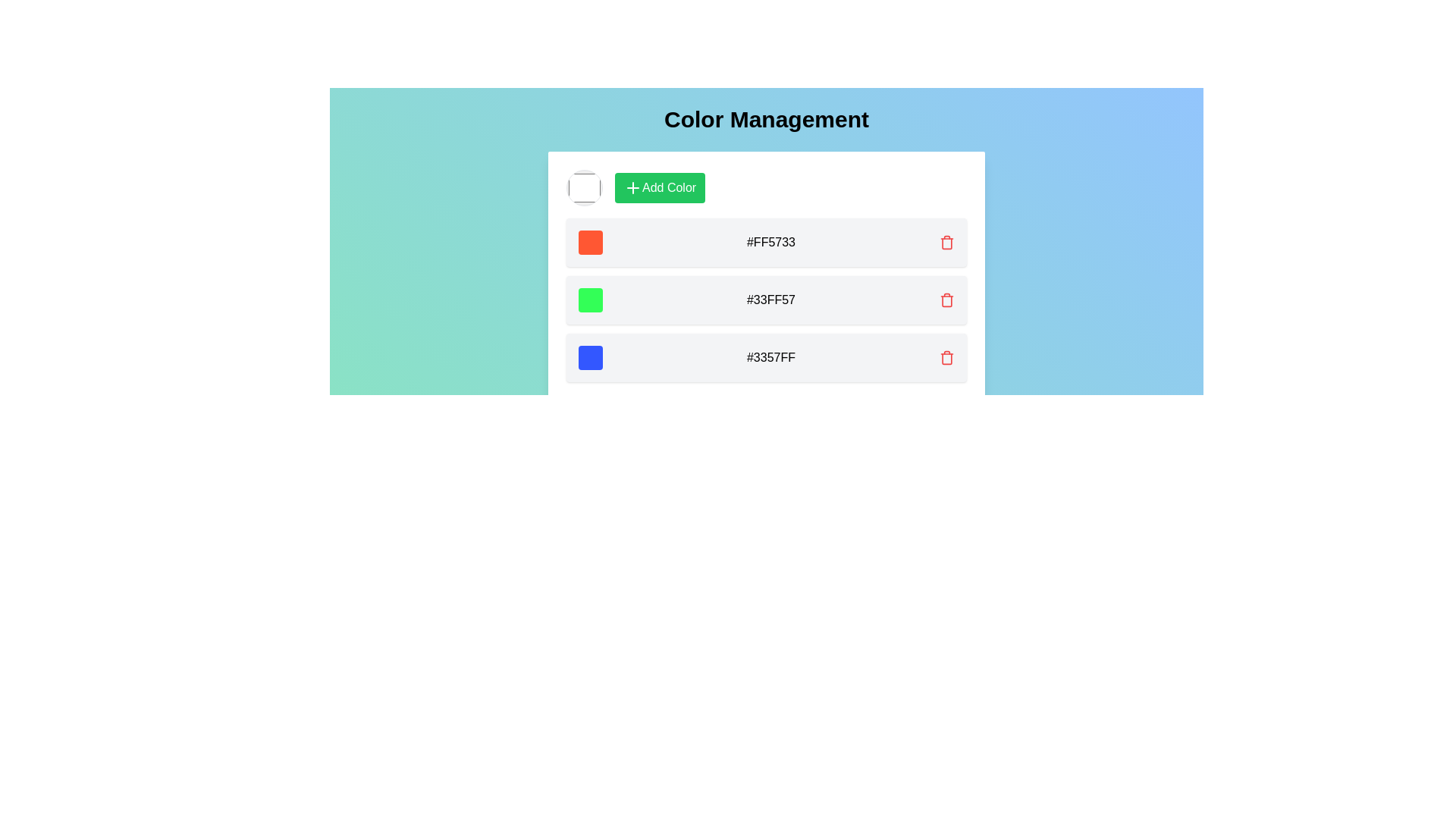 This screenshot has height=819, width=1456. I want to click on the third interactive trash icon in the 'Color Management' interface, located to the far right of the row containing the text '#33FF57', so click(946, 300).